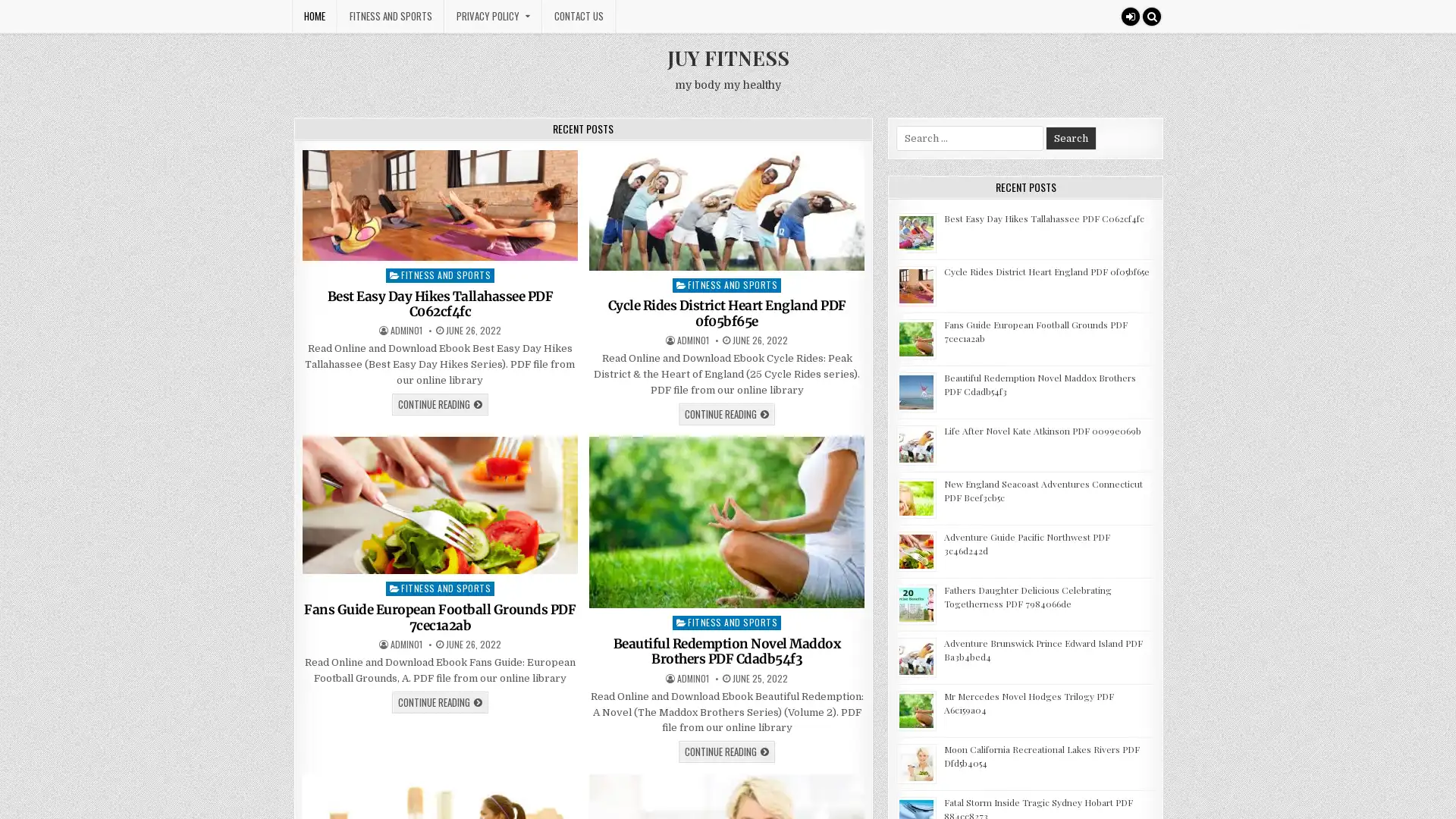 The image size is (1456, 819). Describe the element at coordinates (1070, 138) in the screenshot. I see `Search` at that location.